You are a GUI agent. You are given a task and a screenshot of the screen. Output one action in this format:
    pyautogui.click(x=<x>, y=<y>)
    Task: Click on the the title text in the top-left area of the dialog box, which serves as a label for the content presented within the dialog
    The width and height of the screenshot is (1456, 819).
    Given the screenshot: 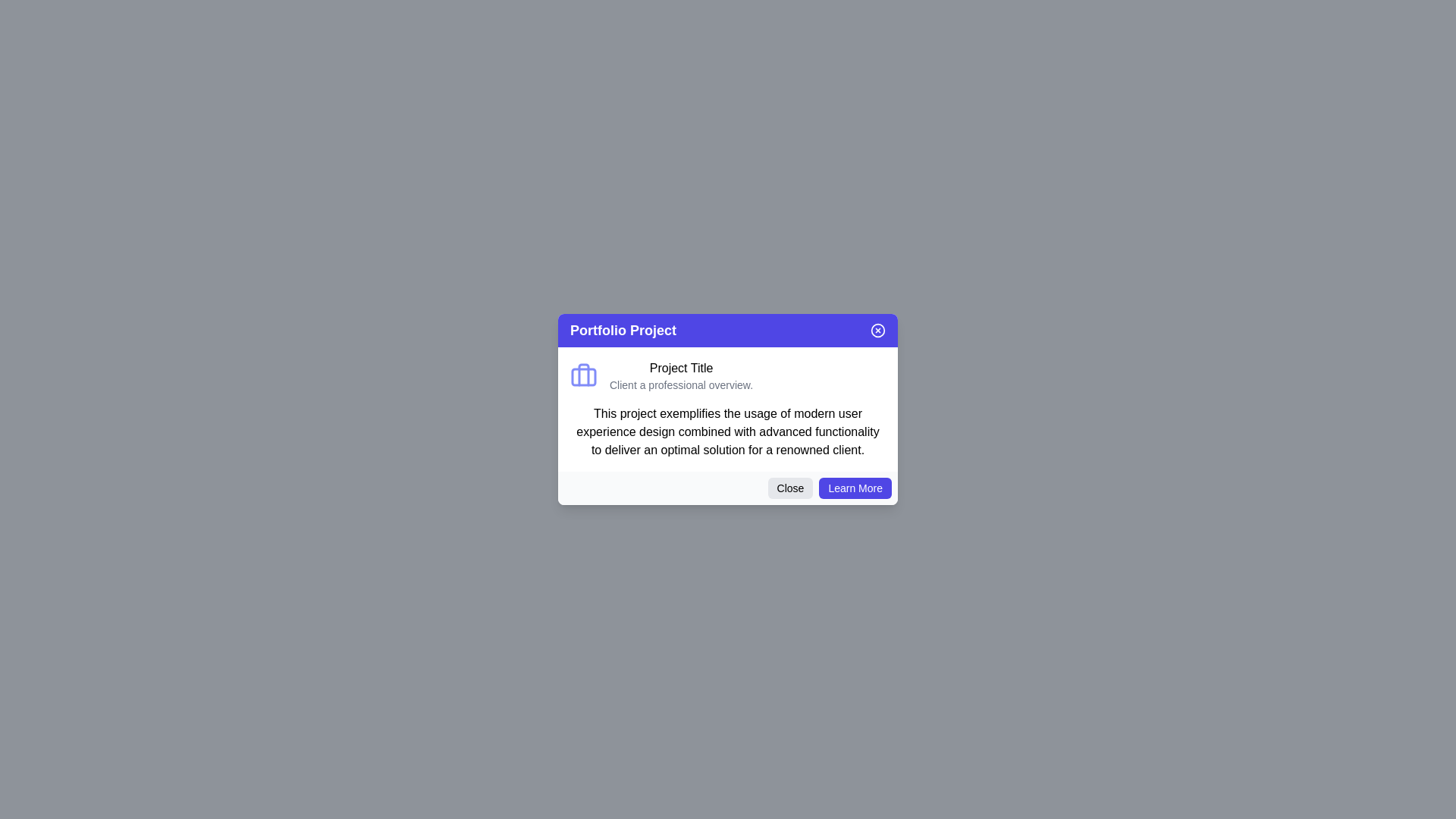 What is the action you would take?
    pyautogui.click(x=623, y=329)
    